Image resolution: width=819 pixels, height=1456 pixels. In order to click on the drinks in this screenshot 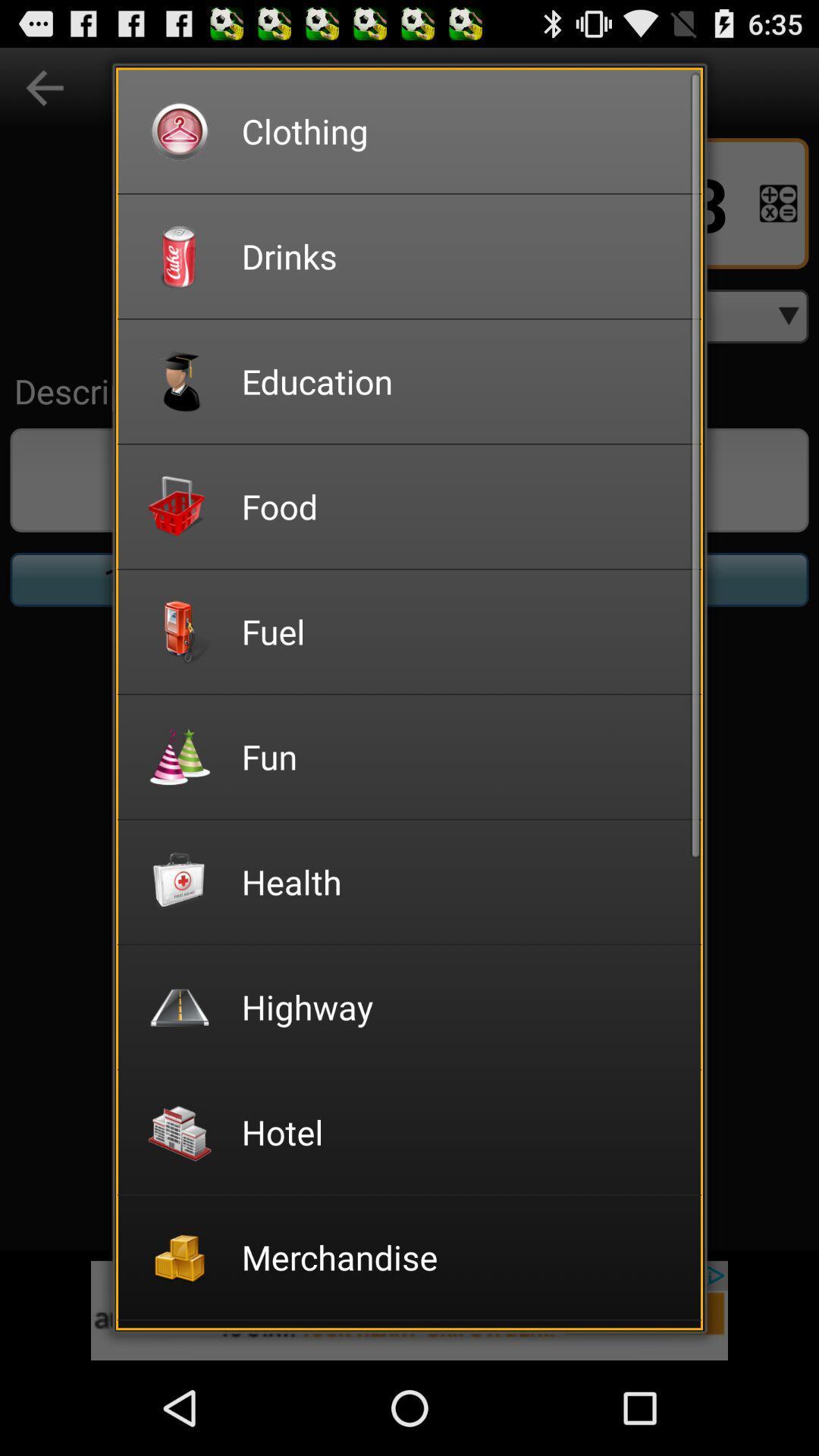, I will do `click(460, 256)`.